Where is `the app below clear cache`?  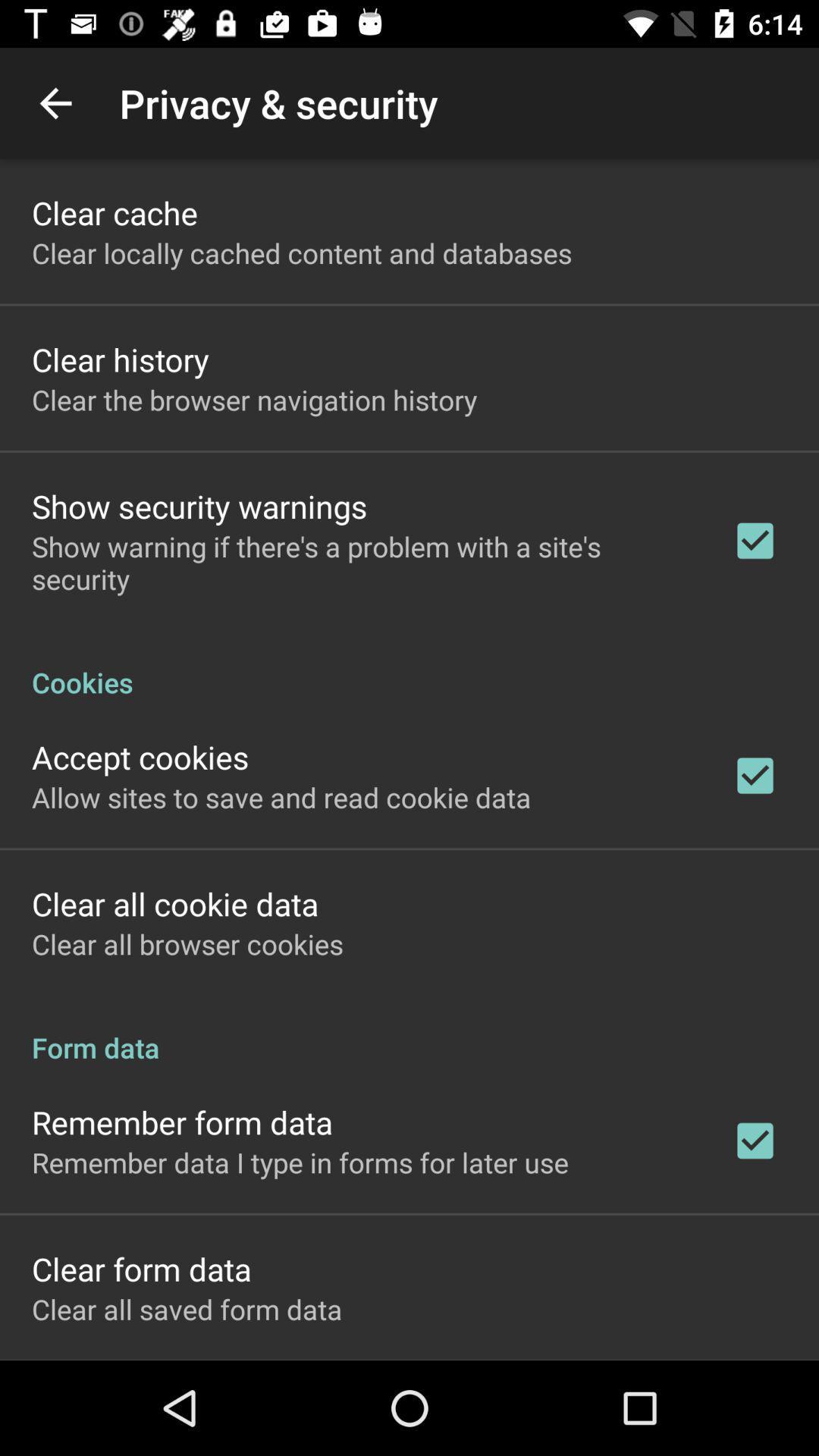 the app below clear cache is located at coordinates (302, 253).